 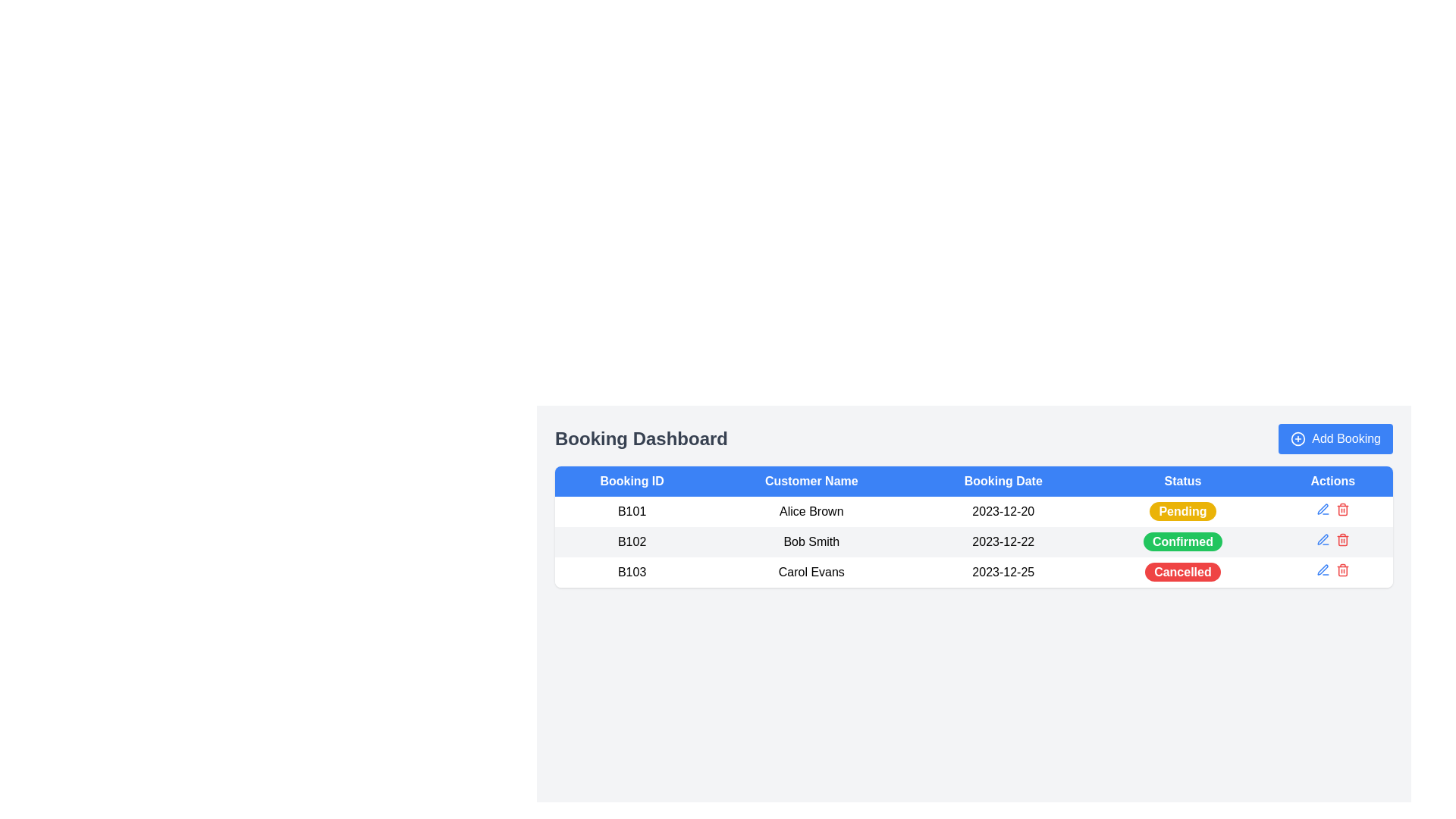 What do you see at coordinates (1342, 539) in the screenshot?
I see `the delete icon for the booking entry of 'Bob Smith' with 'Confirmed' status to observe the hover effect` at bounding box center [1342, 539].